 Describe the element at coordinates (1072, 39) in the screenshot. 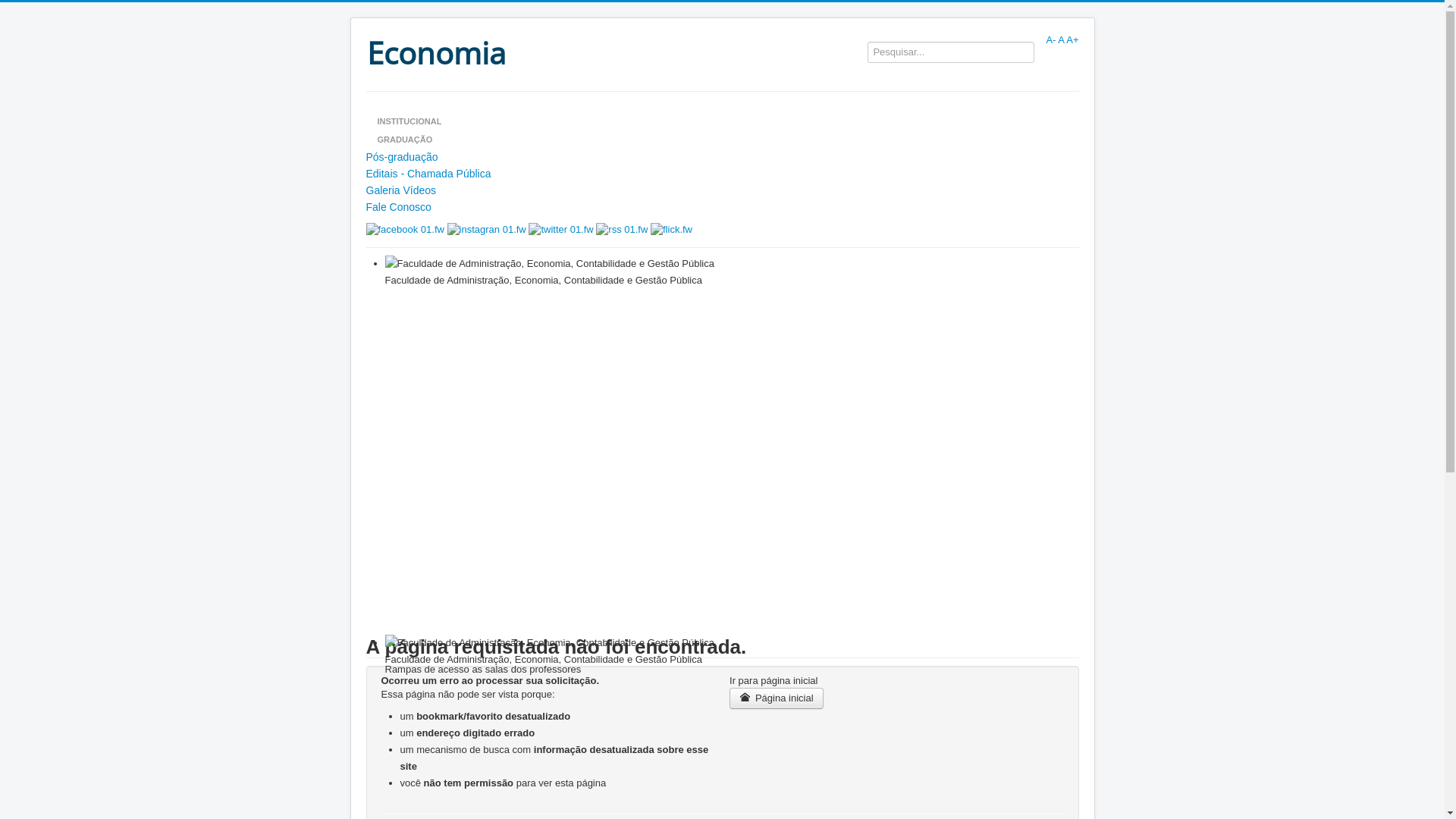

I see `'A+'` at that location.